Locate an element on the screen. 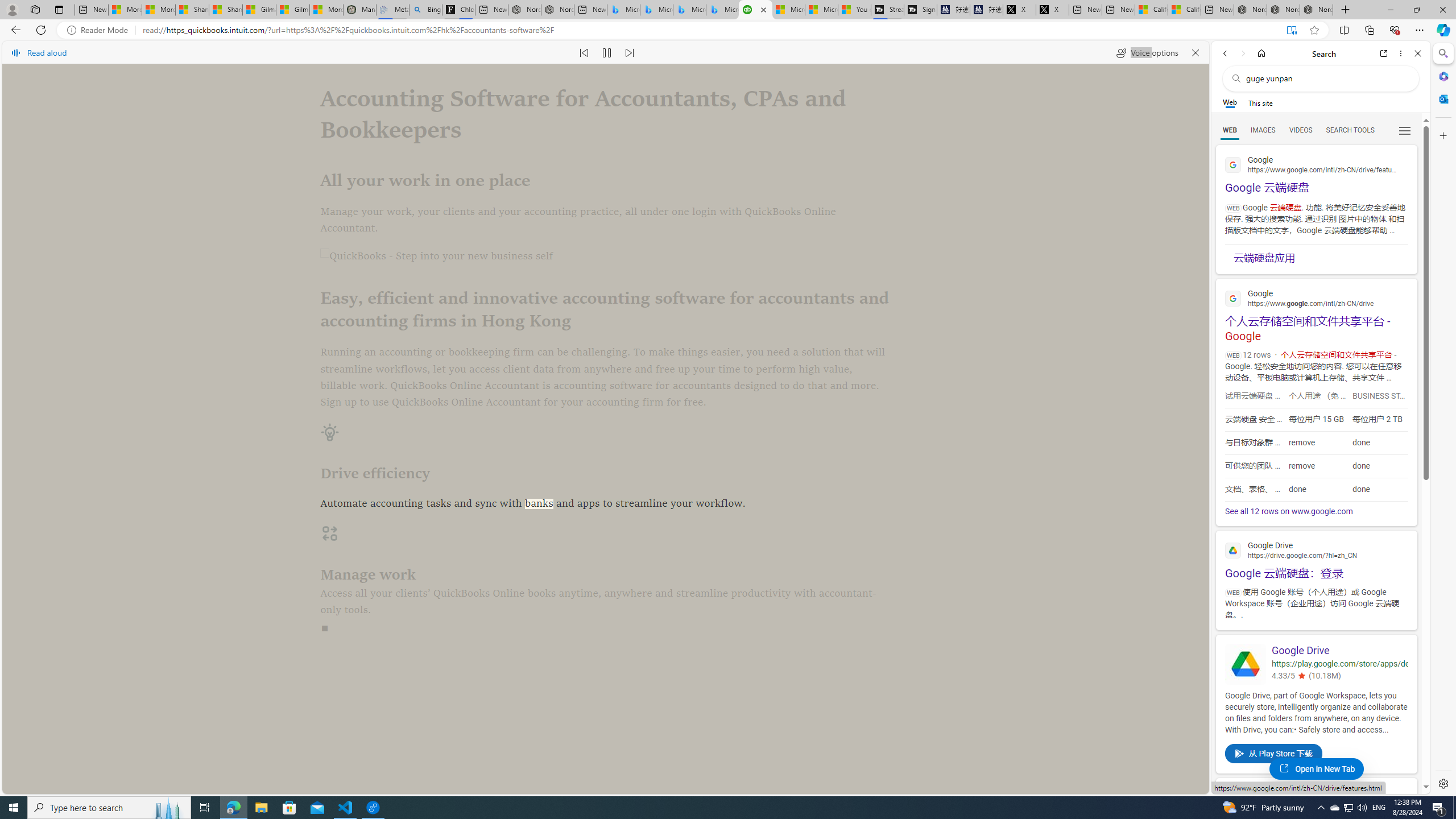 The image size is (1456, 819). 'Manatee Mortality Statistics | FWC' is located at coordinates (359, 9).